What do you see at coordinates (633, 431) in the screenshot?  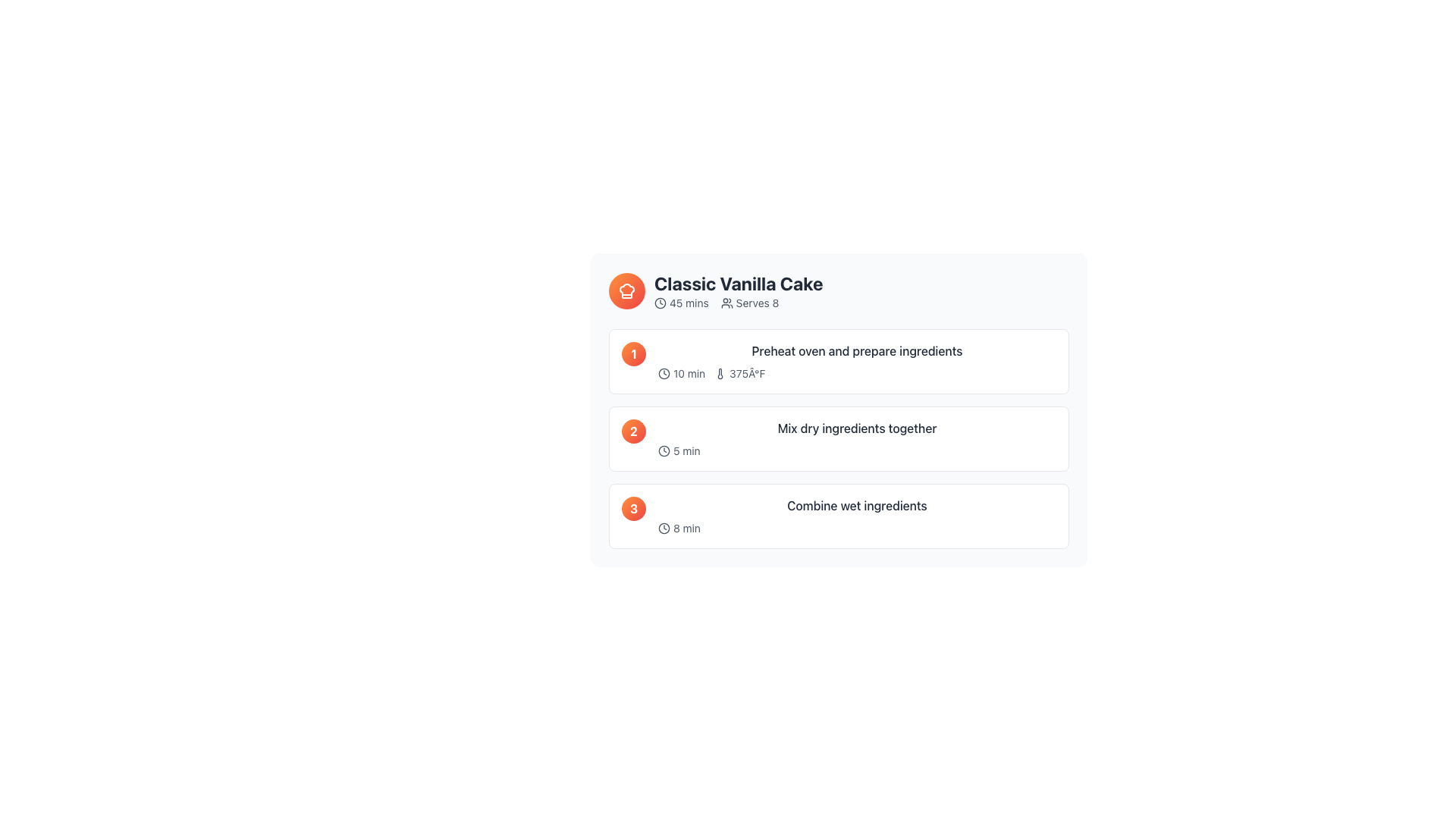 I see `the Step Indicator element, which is a circular badge with a gradient color scheme and a bold white numeral '2' centered within it, located at the start of the step labeled 'Mix dry ingredients together'` at bounding box center [633, 431].